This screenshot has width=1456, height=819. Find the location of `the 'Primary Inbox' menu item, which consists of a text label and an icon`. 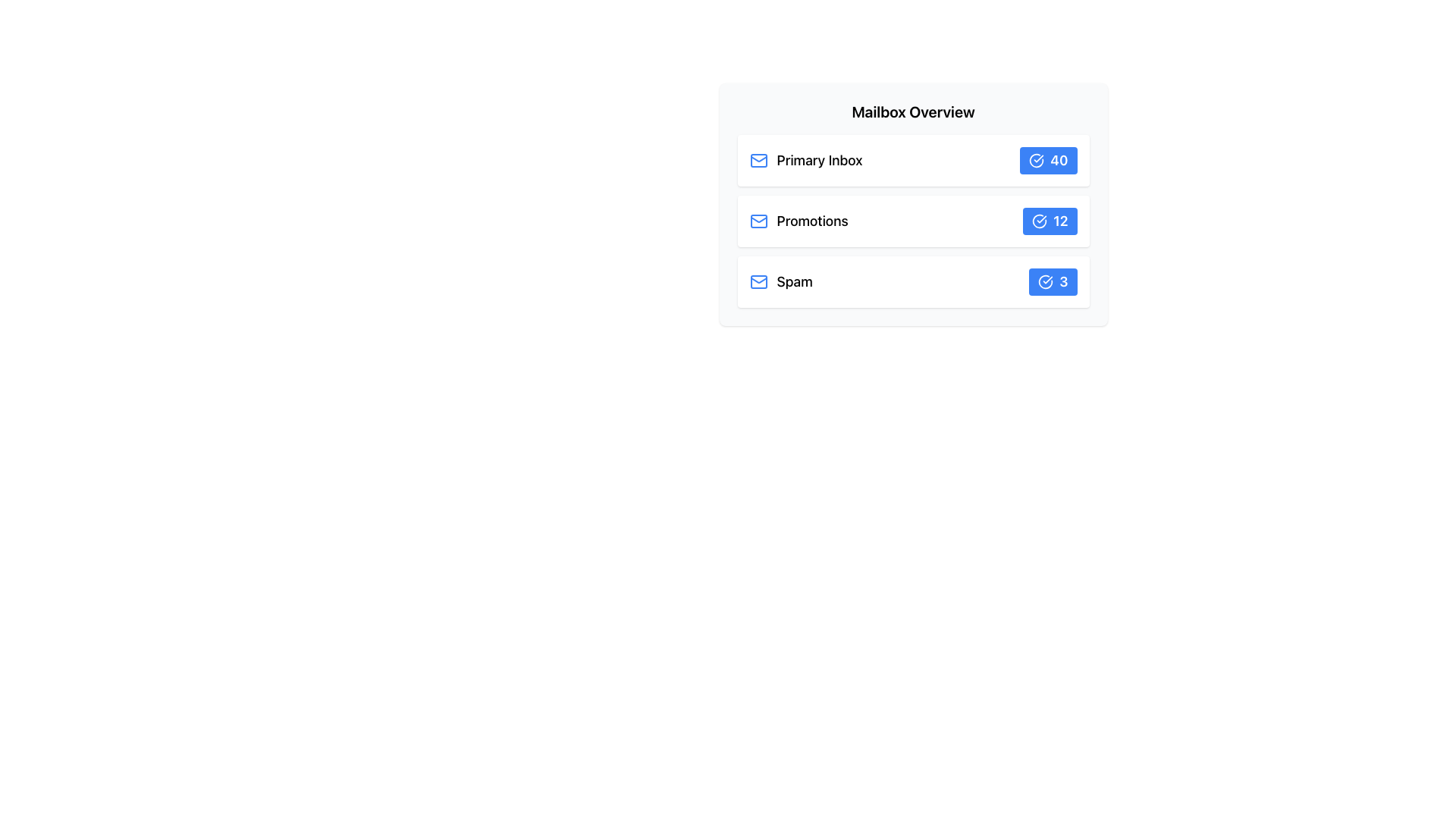

the 'Primary Inbox' menu item, which consists of a text label and an icon is located at coordinates (805, 161).